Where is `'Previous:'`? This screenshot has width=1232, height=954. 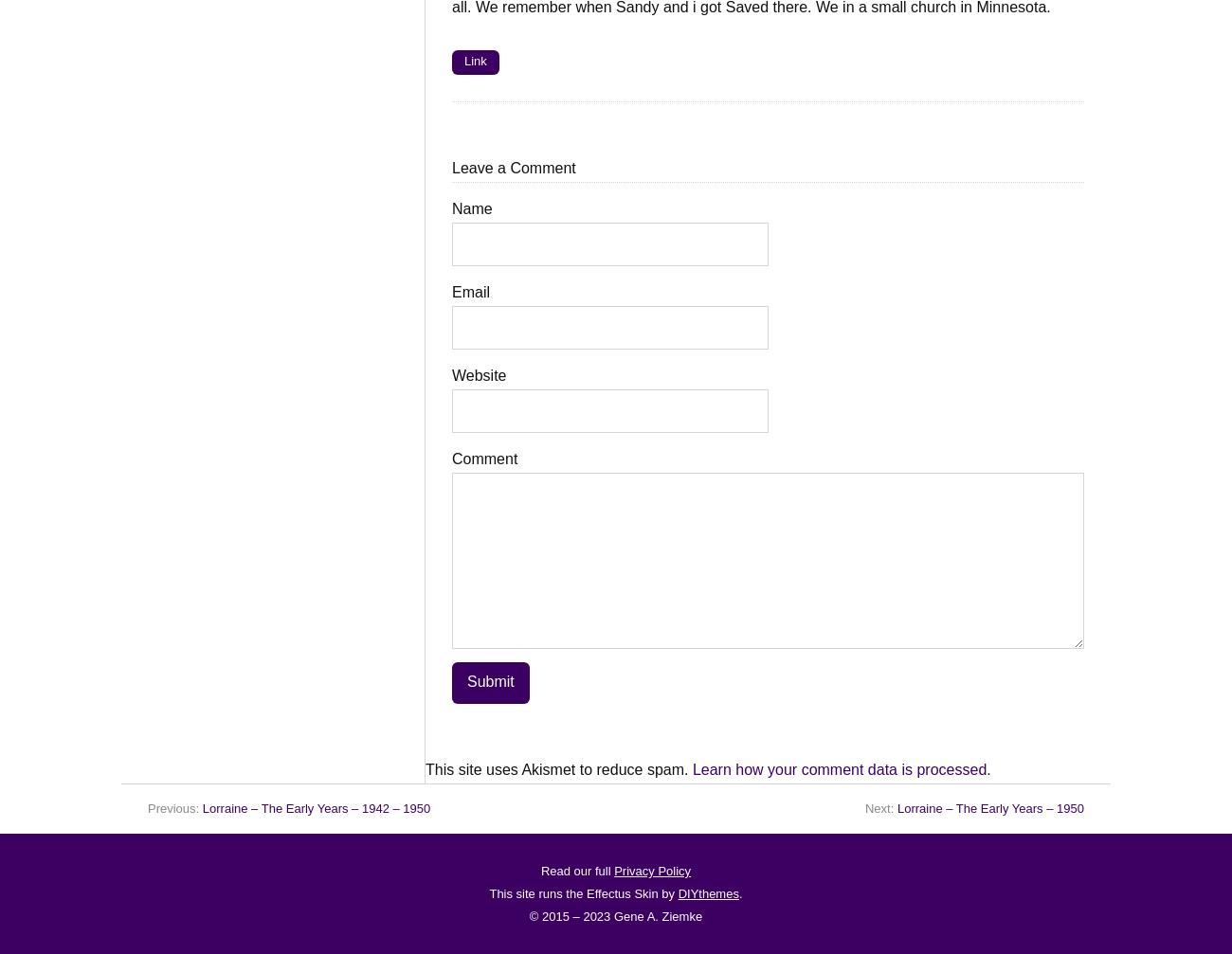 'Previous:' is located at coordinates (174, 807).